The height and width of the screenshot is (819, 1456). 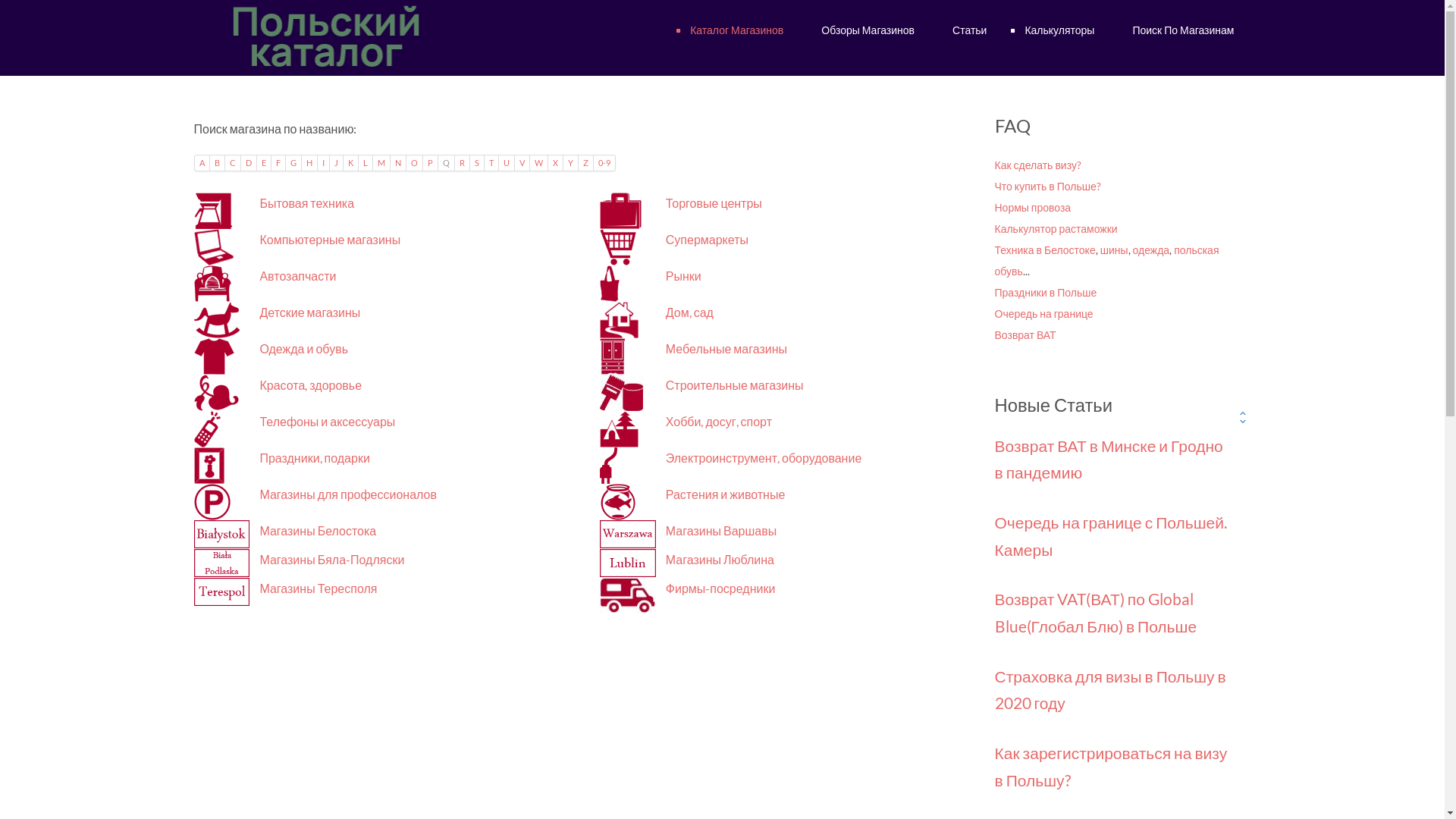 I want to click on 'N', so click(x=397, y=163).